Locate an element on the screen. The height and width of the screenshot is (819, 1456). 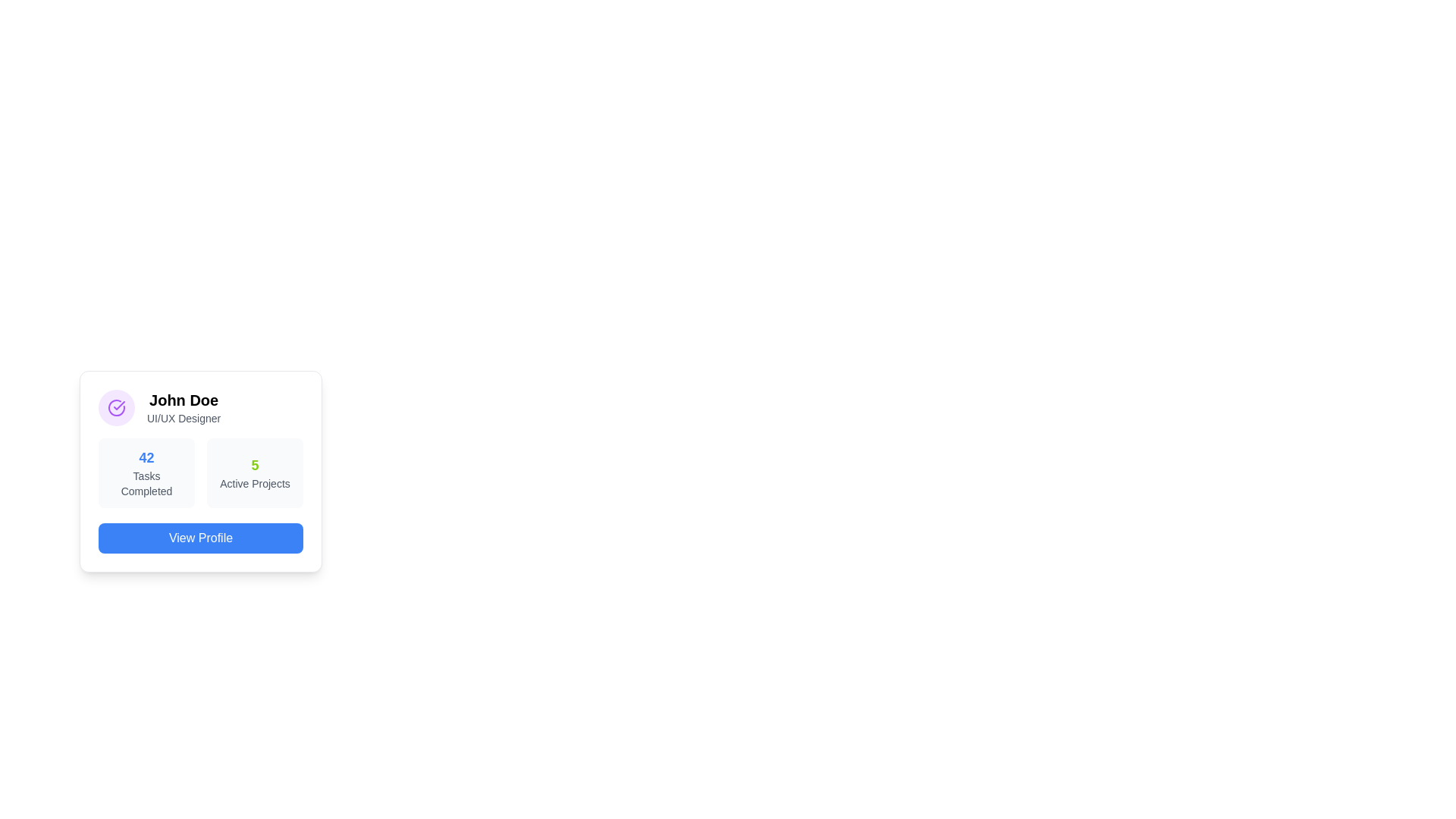
the Informative summary panel, which provides a summary of 'Tasks Completed' and 'Active Projects', located below the title 'John Doe' and above the 'View Profile' button is located at coordinates (199, 472).